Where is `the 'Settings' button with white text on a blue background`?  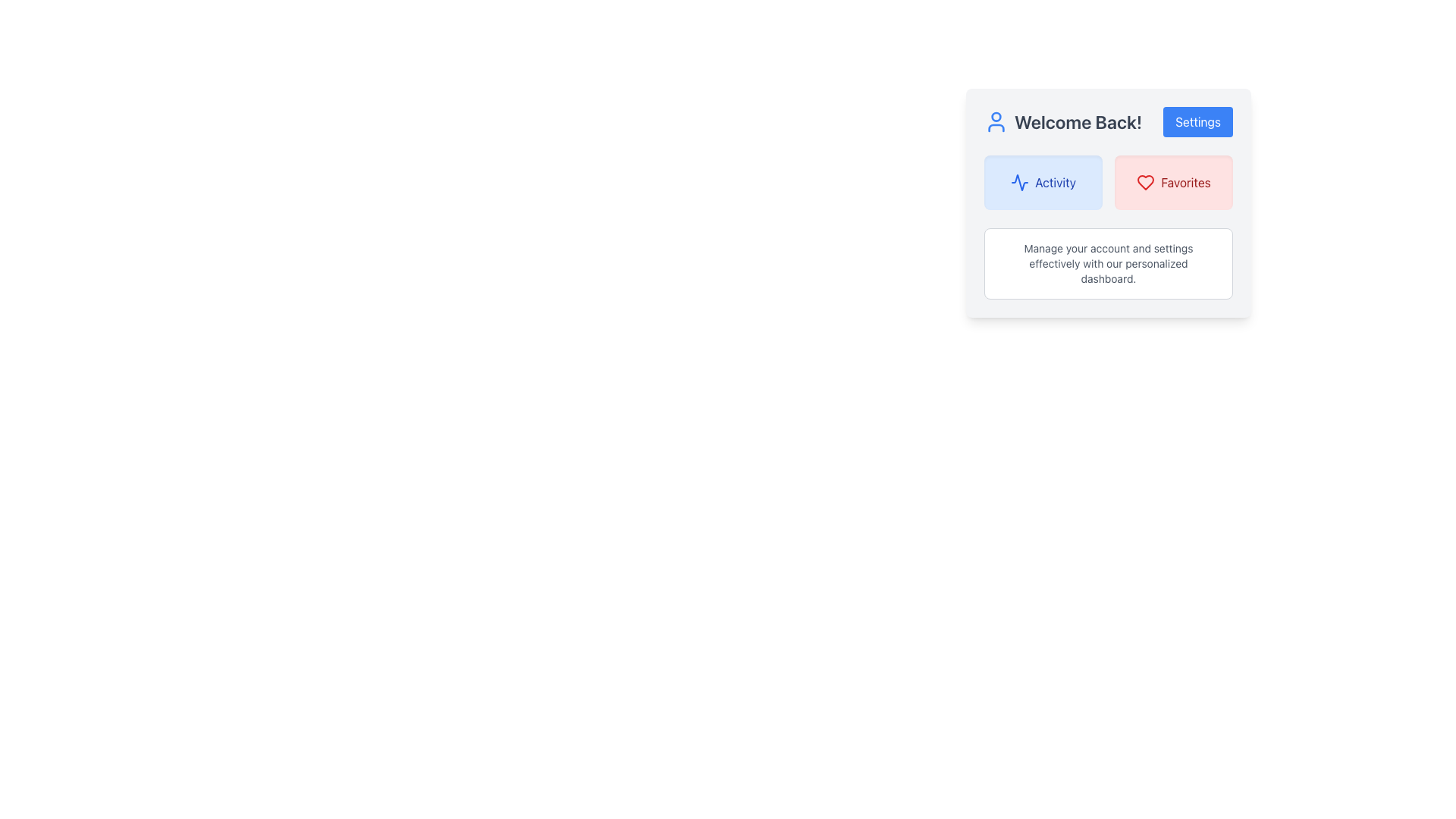
the 'Settings' button with white text on a blue background is located at coordinates (1197, 121).